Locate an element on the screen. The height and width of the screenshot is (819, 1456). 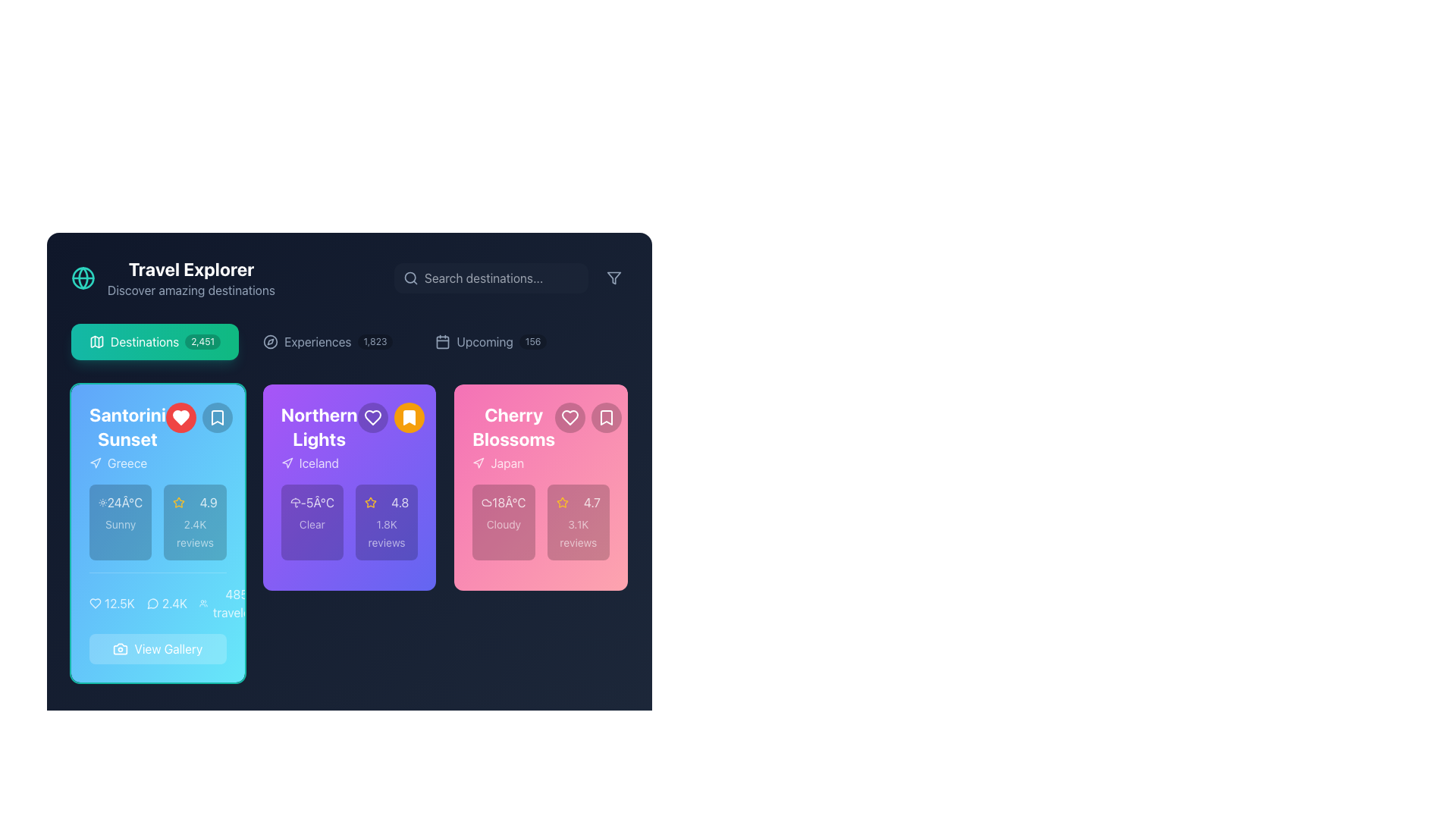
the heart-shaped icon located in the top-right section of the second card to mark the associated item as a favorite is located at coordinates (570, 418).